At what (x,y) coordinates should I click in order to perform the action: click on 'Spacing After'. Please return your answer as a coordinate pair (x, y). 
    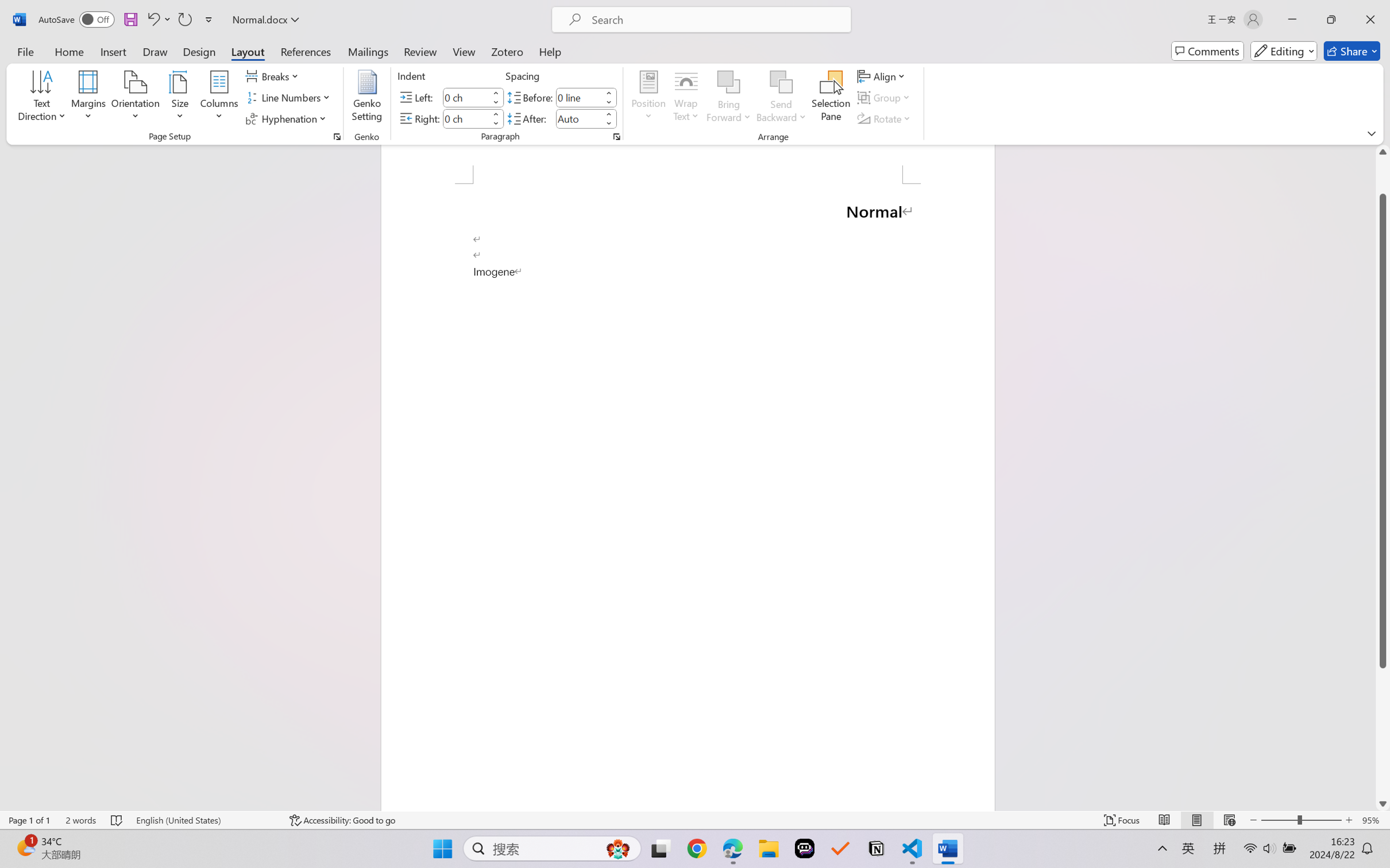
    Looking at the image, I should click on (578, 118).